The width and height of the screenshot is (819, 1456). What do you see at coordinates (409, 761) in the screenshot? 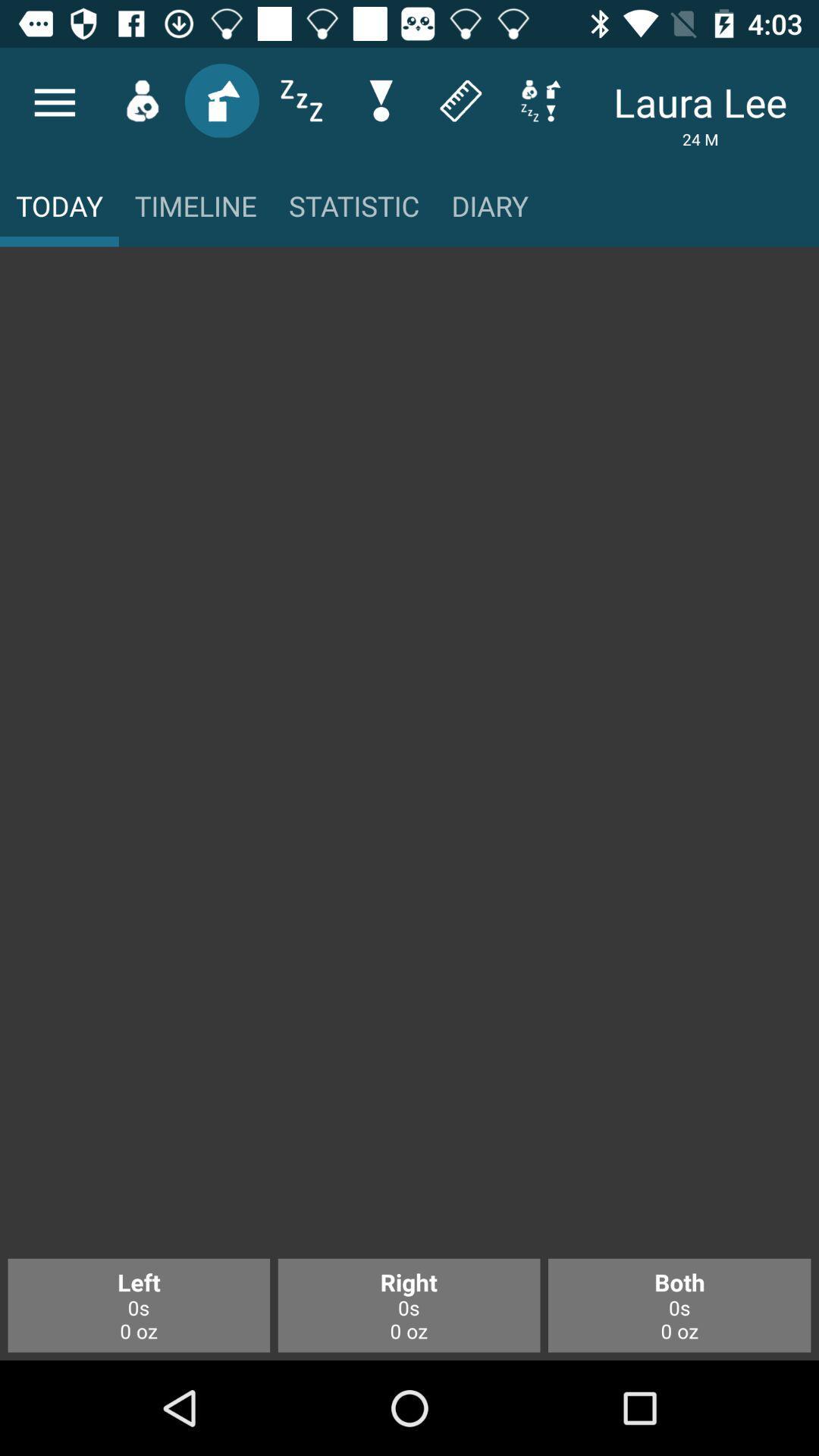
I see `icon at the center` at bounding box center [409, 761].